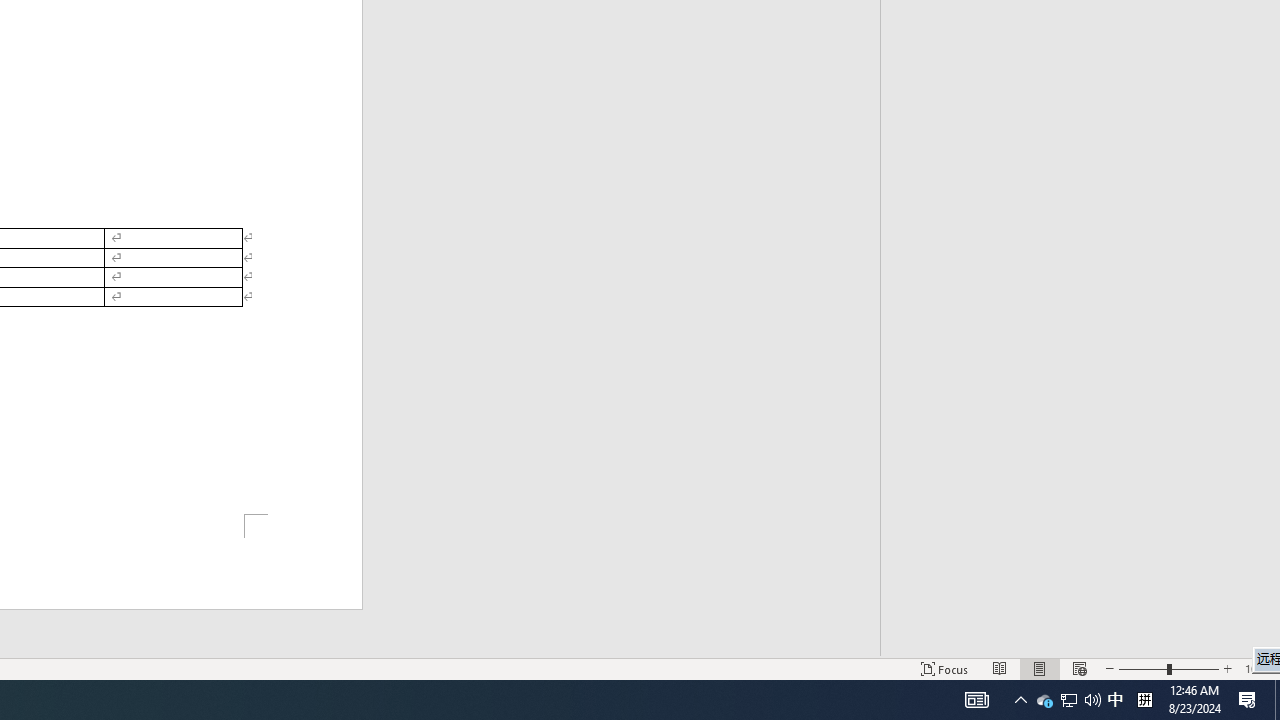 The width and height of the screenshot is (1280, 720). Describe the element at coordinates (1143, 669) in the screenshot. I see `'Zoom Out'` at that location.